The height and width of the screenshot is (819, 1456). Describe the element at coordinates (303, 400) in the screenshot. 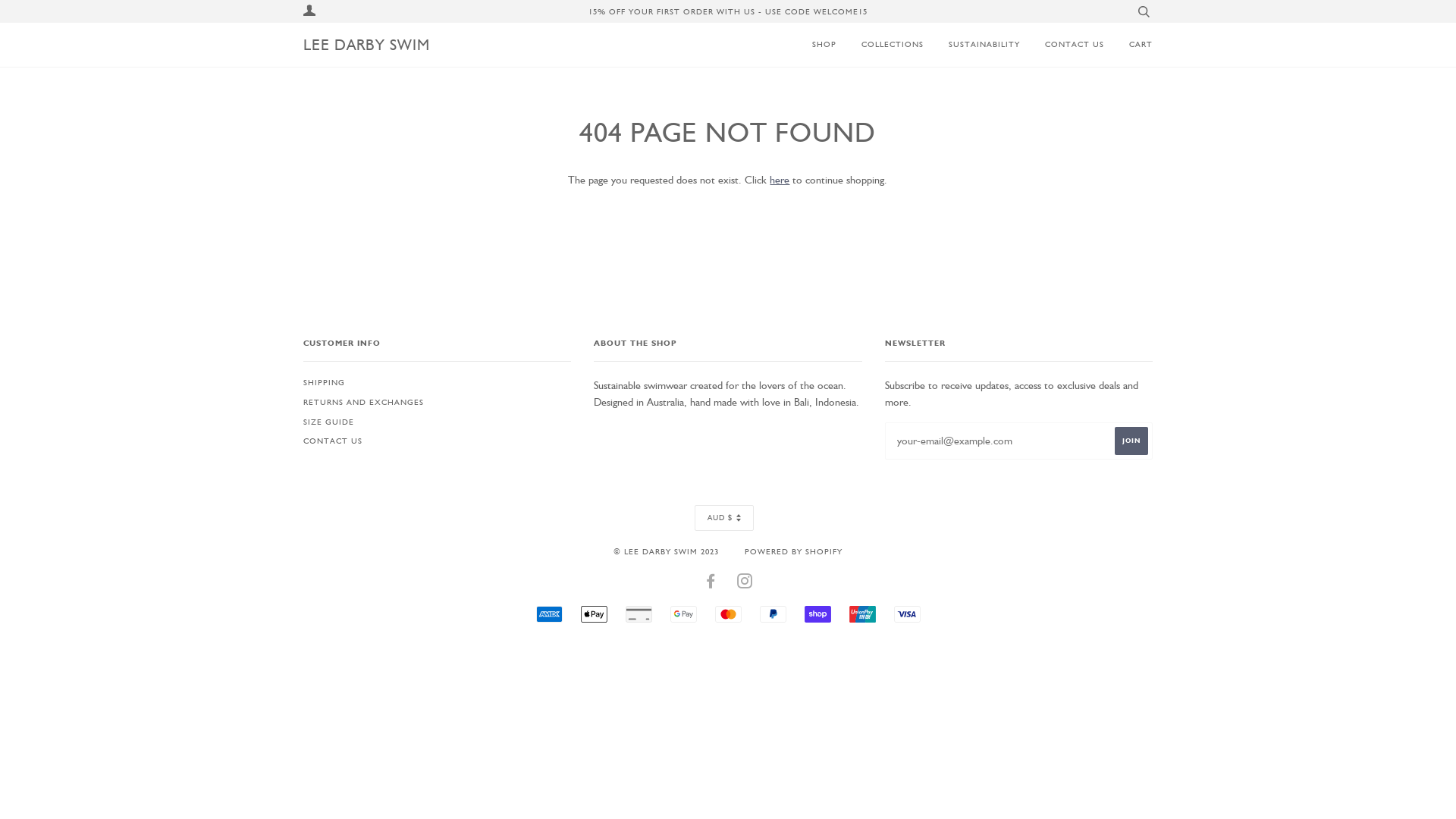

I see `'RETURNS AND EXCHANGES'` at that location.